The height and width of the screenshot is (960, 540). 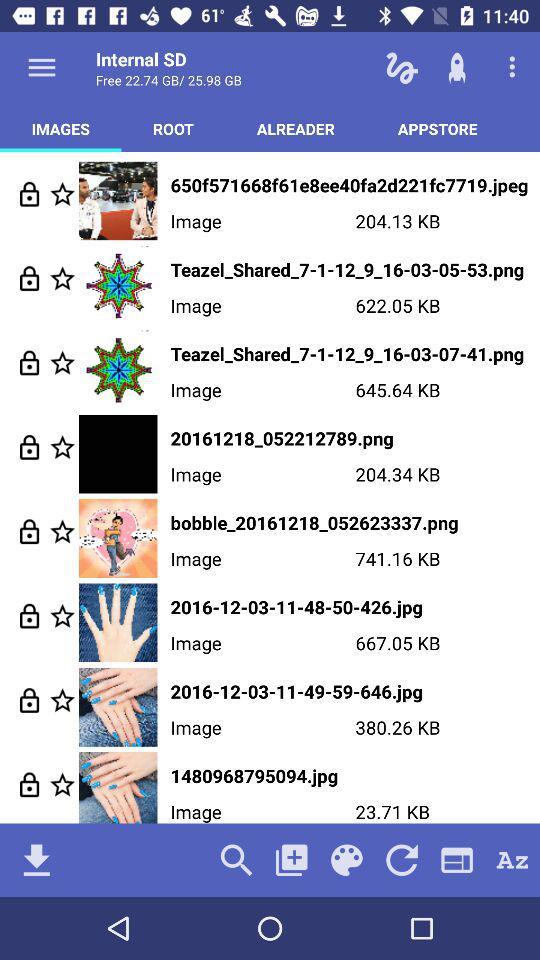 I want to click on highlight the option, so click(x=62, y=530).